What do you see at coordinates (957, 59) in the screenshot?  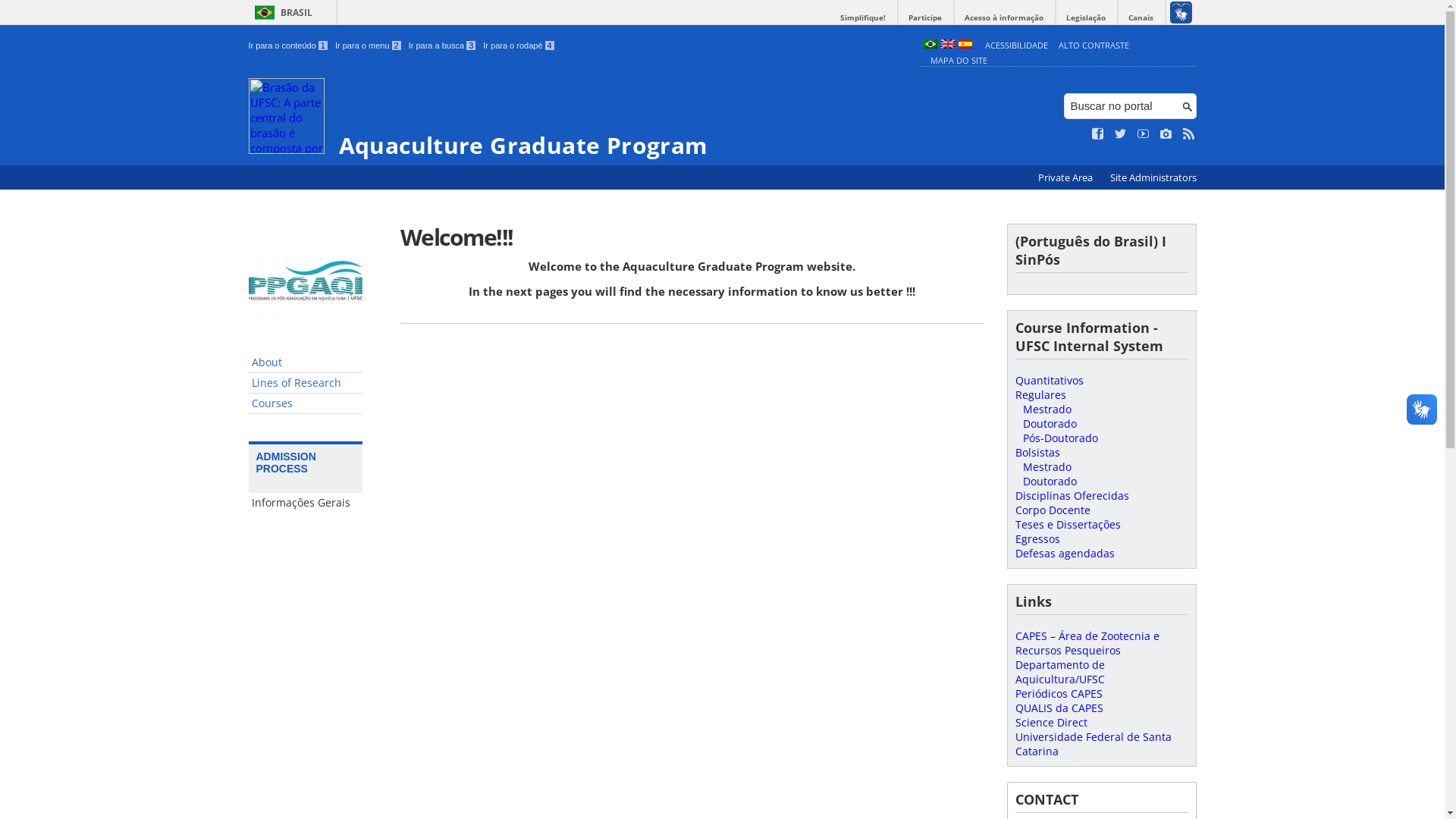 I see `'MAPA DO SITE'` at bounding box center [957, 59].